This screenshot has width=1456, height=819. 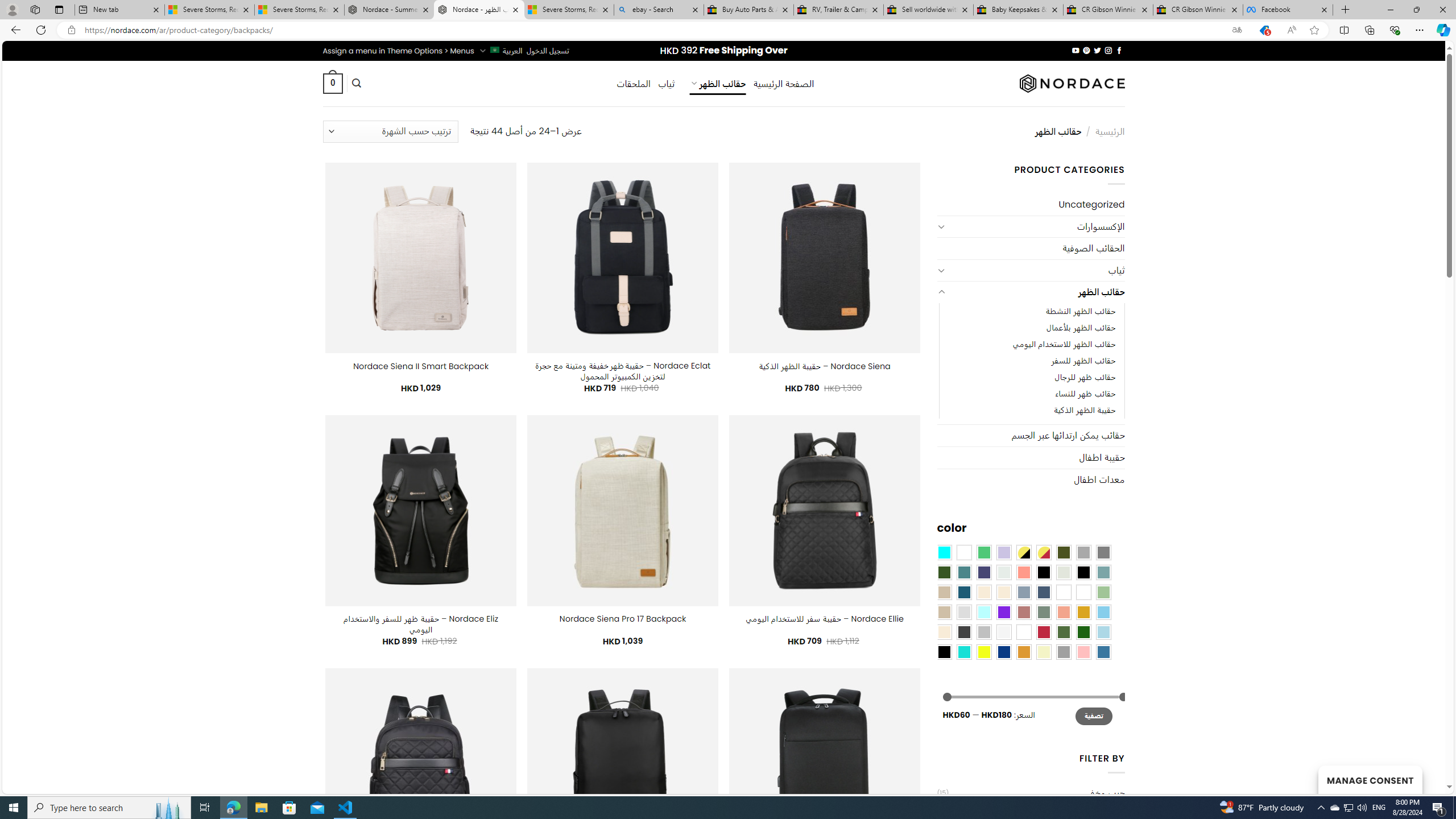 What do you see at coordinates (1043, 551) in the screenshot?
I see `'Yellow-Red'` at bounding box center [1043, 551].